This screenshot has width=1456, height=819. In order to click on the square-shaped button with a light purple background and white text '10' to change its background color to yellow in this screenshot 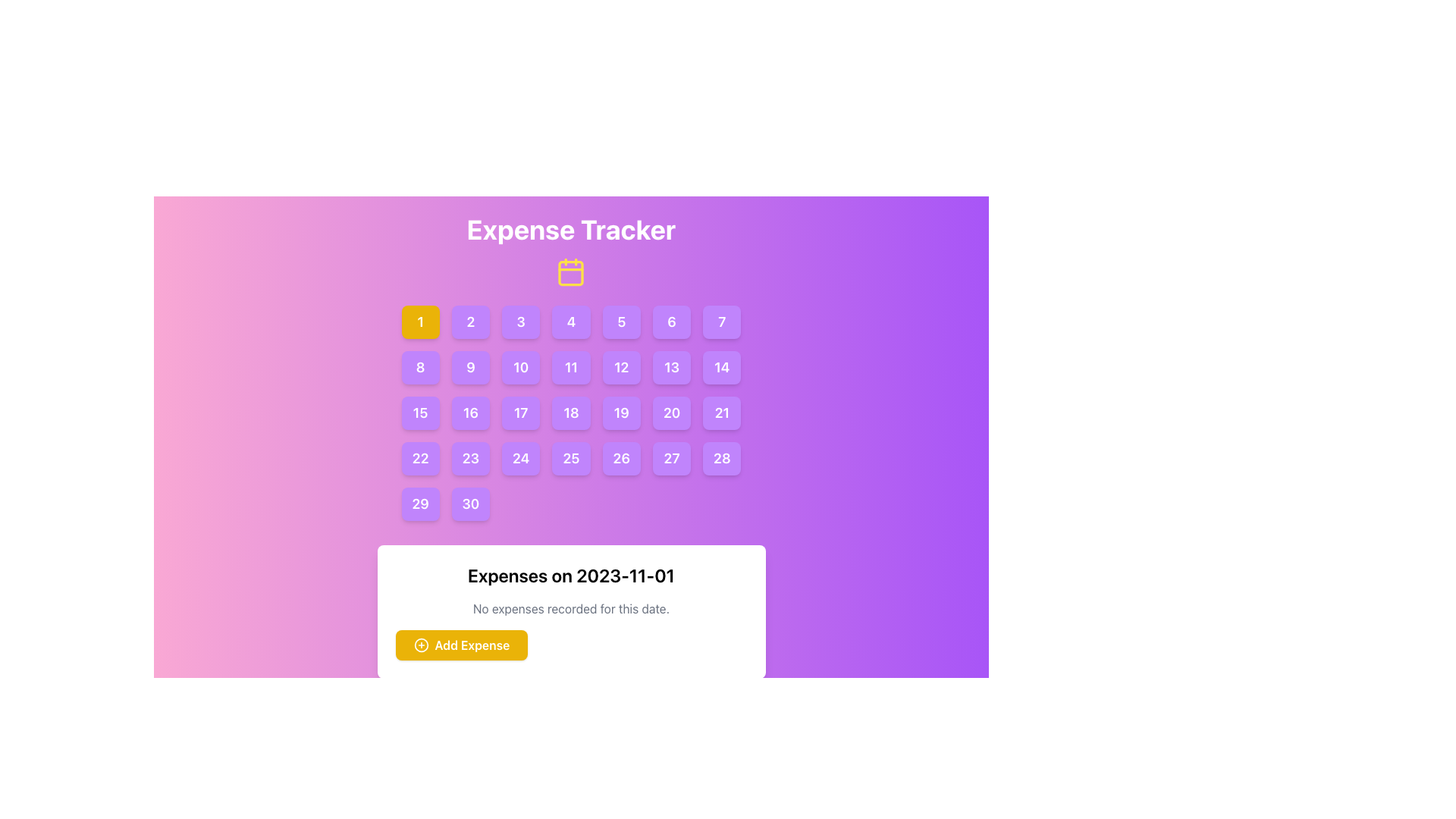, I will do `click(521, 368)`.